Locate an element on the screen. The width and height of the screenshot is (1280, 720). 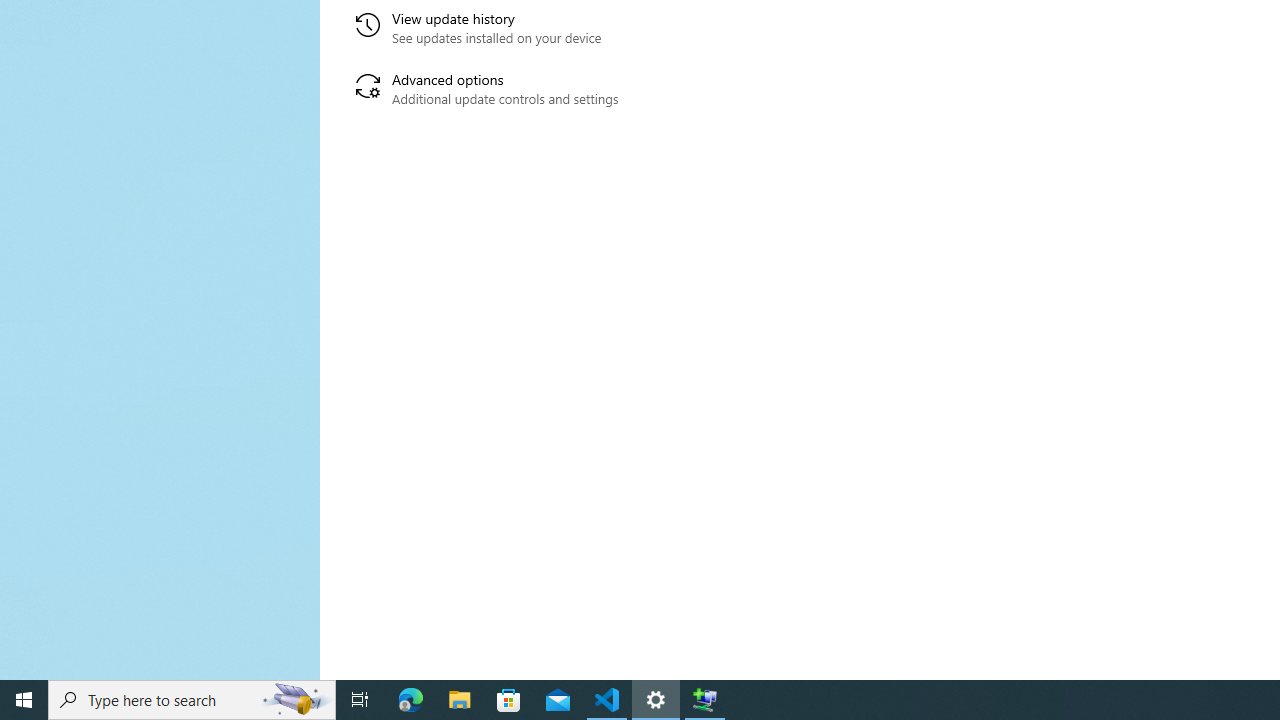
'Settings - 1 running window' is located at coordinates (656, 698).